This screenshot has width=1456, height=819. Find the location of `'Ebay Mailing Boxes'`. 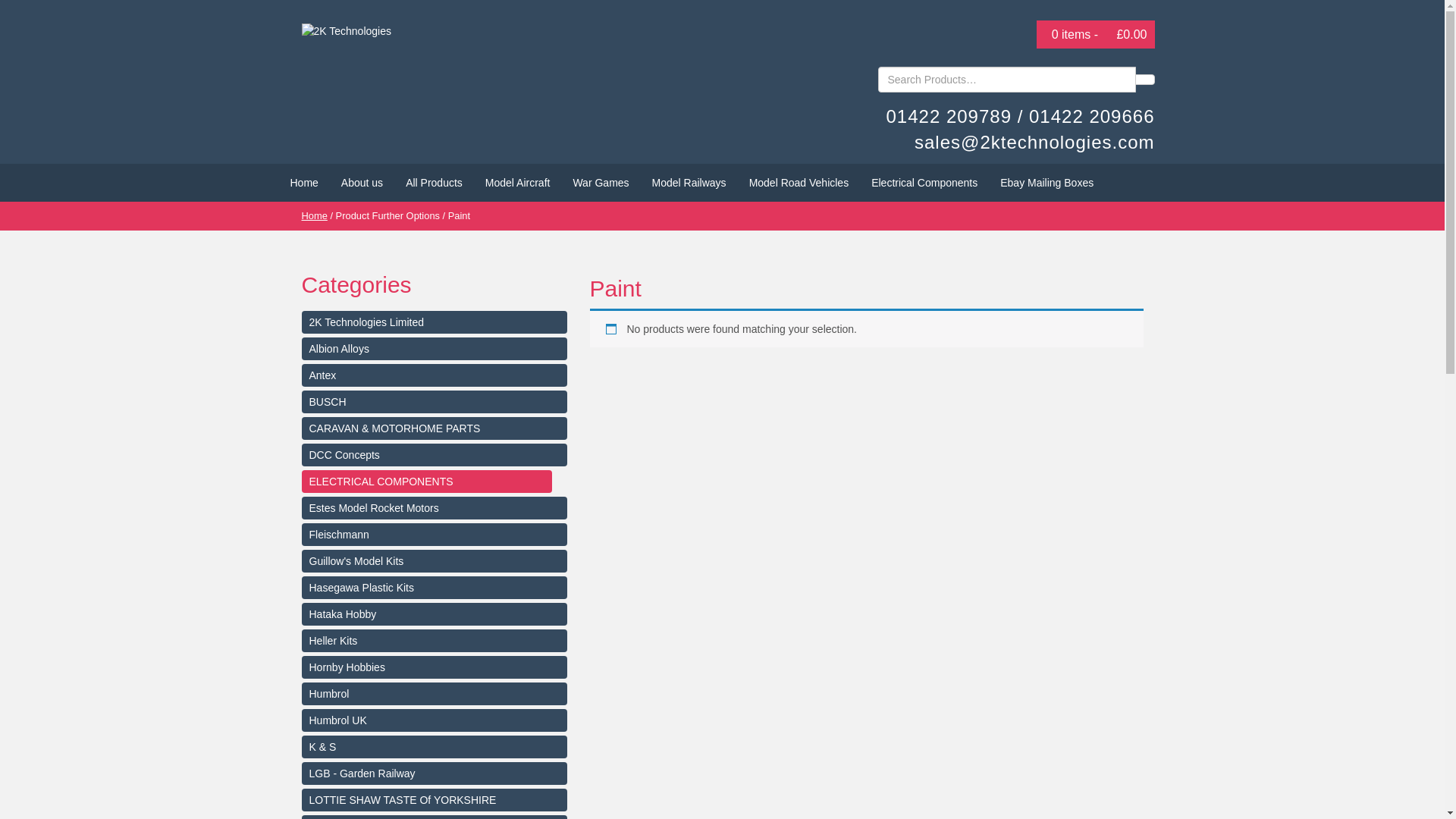

'Ebay Mailing Boxes' is located at coordinates (989, 181).